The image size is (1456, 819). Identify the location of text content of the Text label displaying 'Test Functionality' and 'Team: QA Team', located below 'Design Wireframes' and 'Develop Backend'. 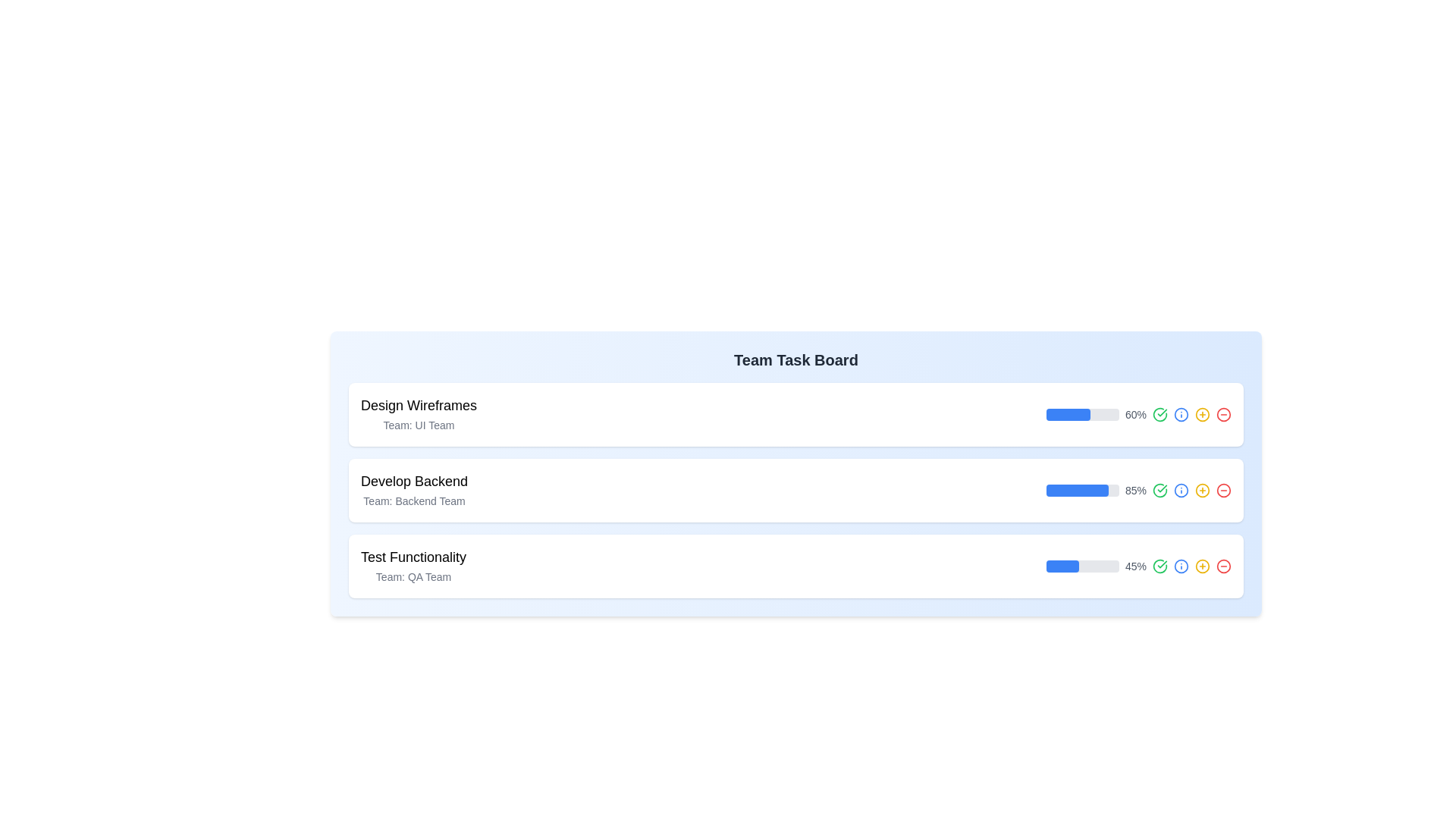
(413, 566).